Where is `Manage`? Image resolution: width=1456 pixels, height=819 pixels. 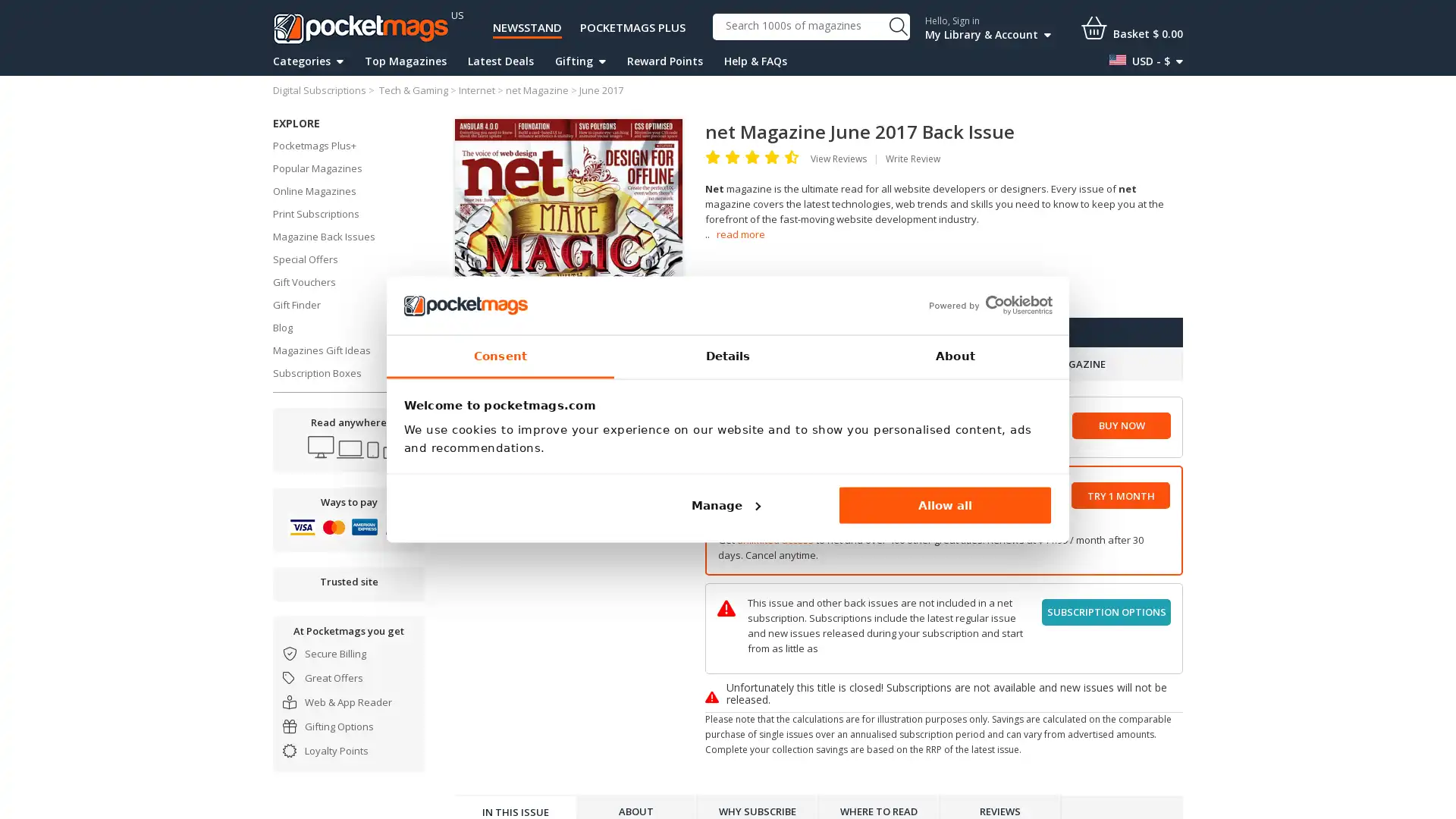
Manage is located at coordinates (723, 505).